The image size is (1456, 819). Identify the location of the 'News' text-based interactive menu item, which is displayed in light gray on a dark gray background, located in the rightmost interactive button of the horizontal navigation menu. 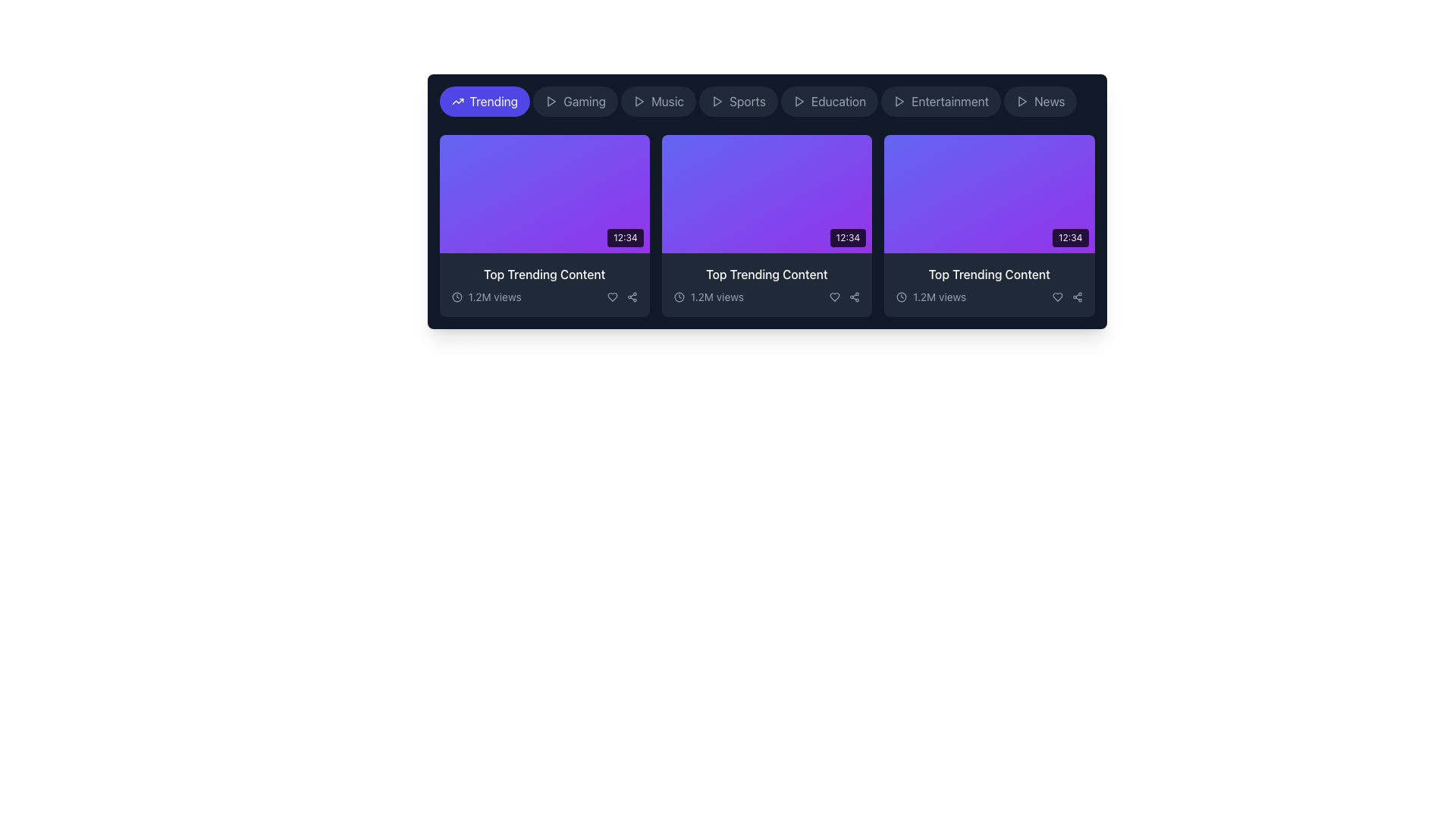
(1049, 102).